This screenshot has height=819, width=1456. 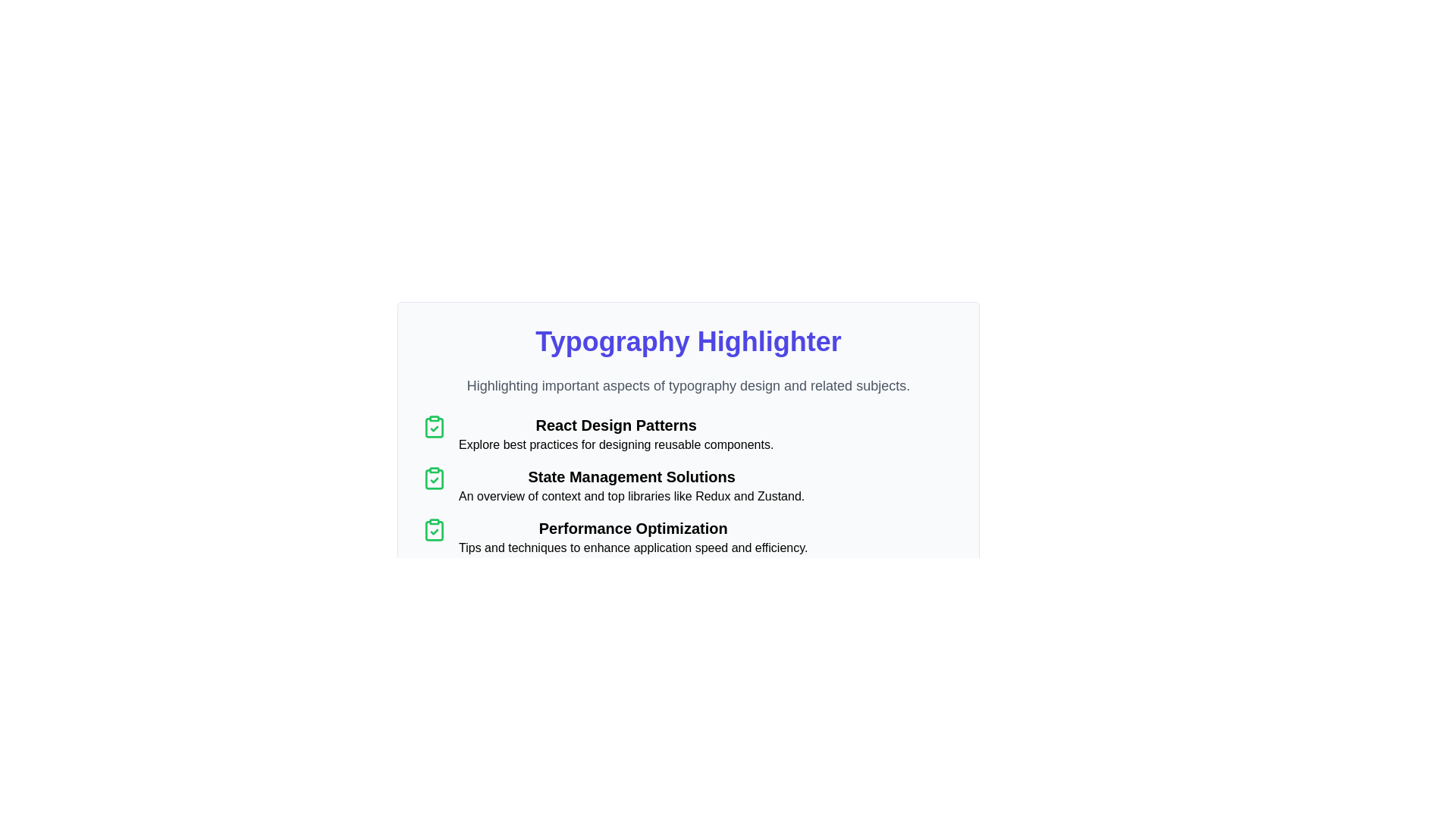 I want to click on heading text that serves as a title for the performance optimization section, located at the center bottom of the 'Typography Highlighter' content block, so click(x=633, y=528).